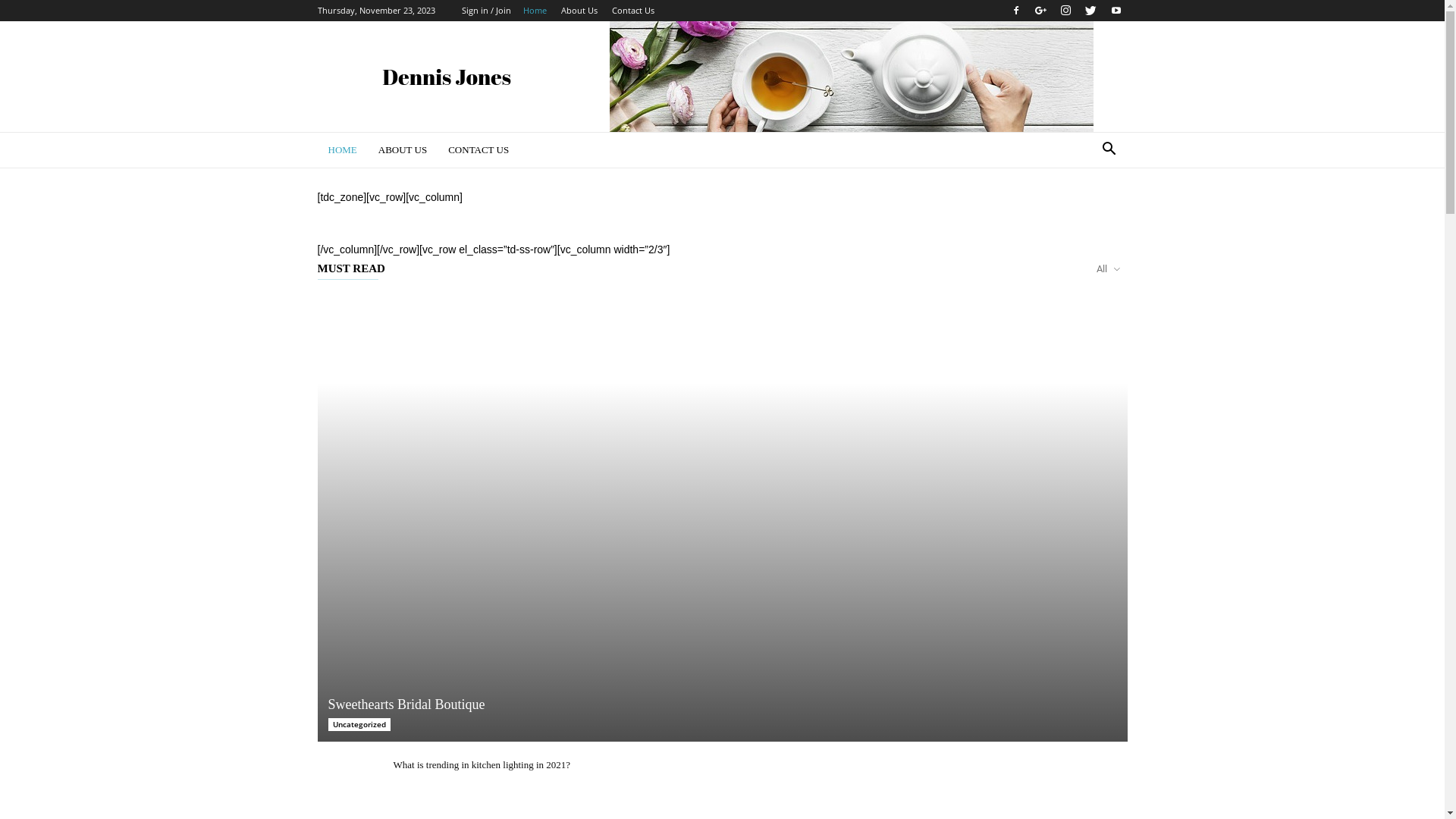 Image resolution: width=1456 pixels, height=819 pixels. Describe the element at coordinates (1090, 11) in the screenshot. I see `'Twitter'` at that location.